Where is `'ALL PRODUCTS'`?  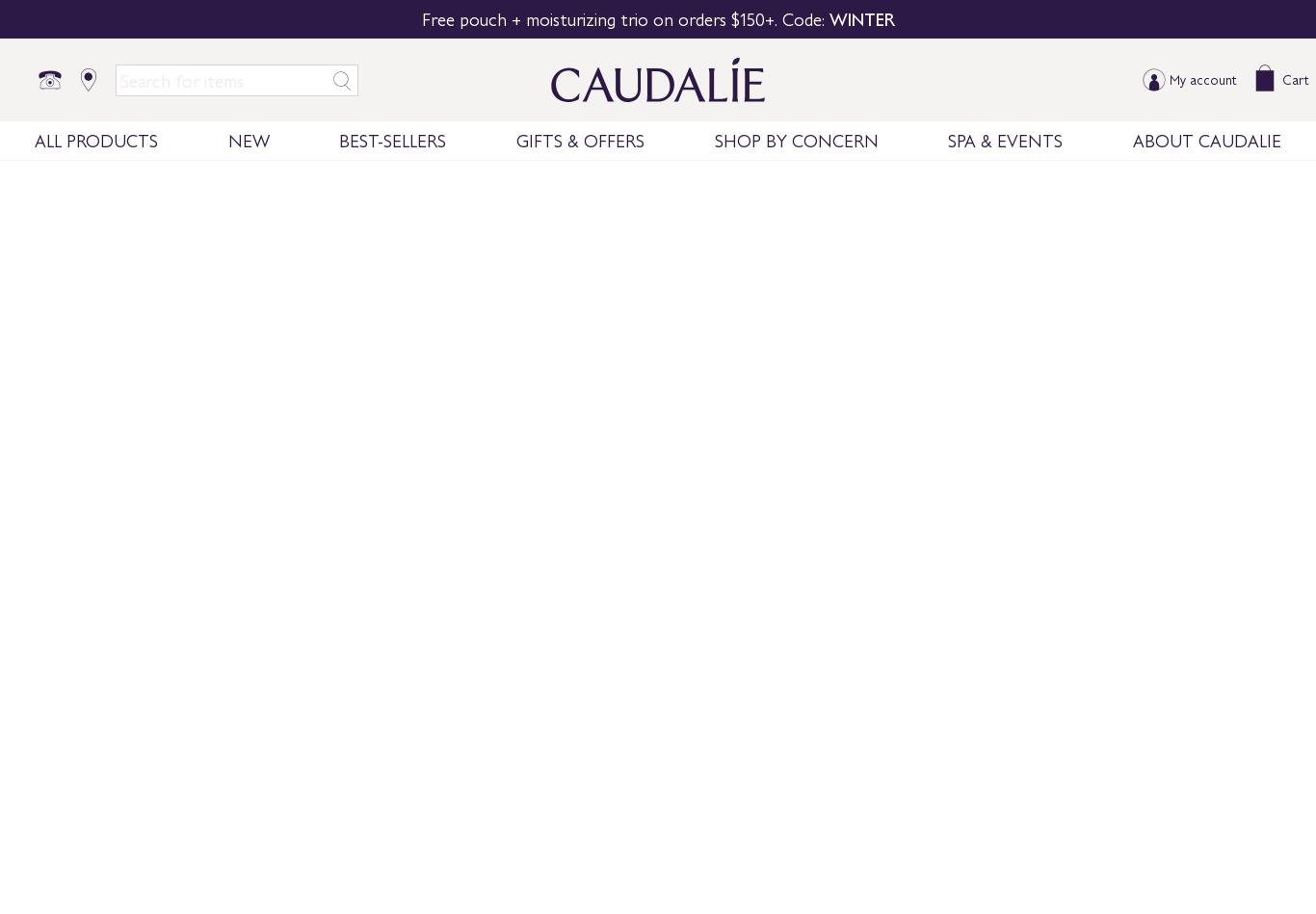 'ALL PRODUCTS' is located at coordinates (95, 139).